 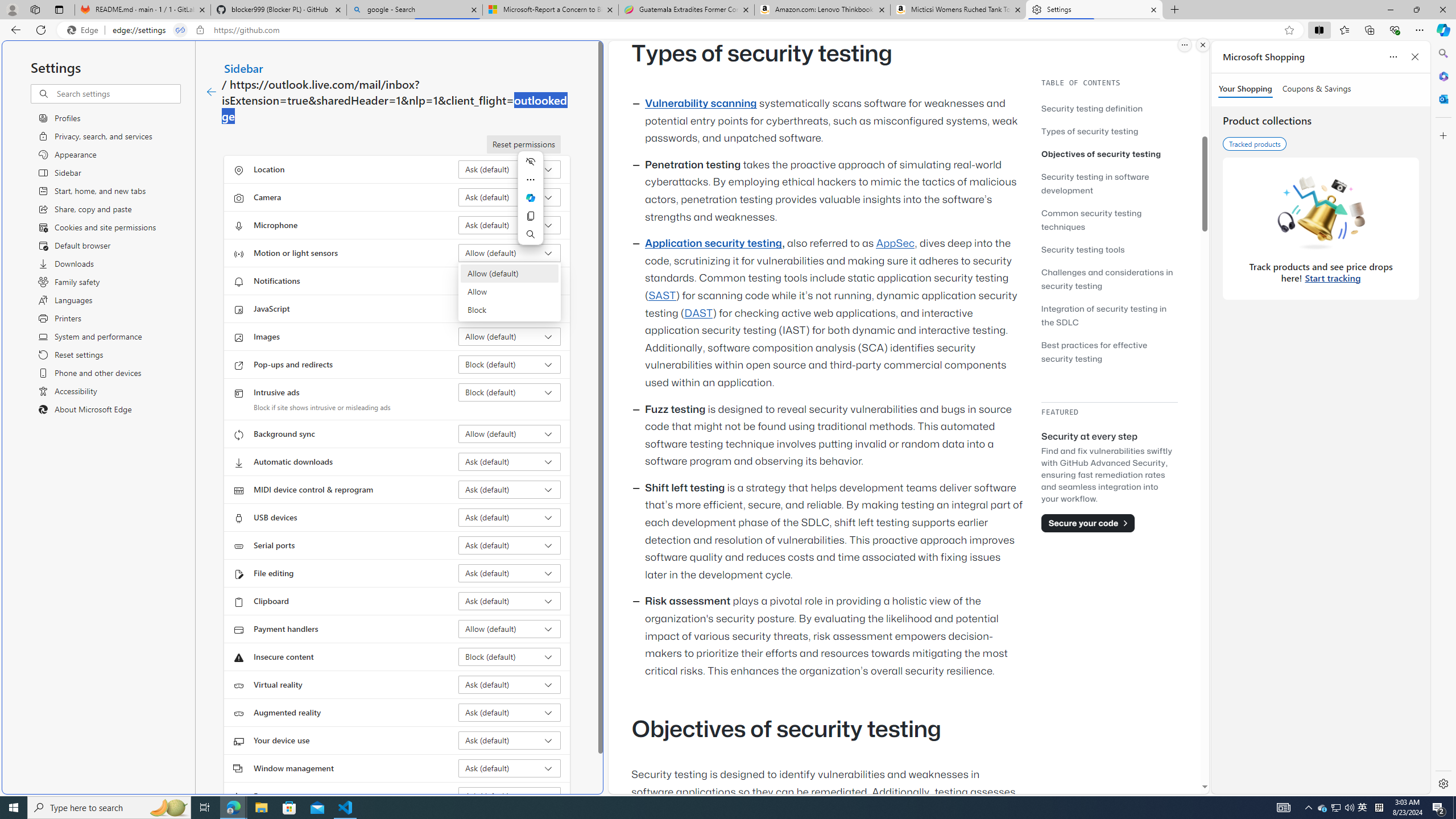 What do you see at coordinates (531, 161) in the screenshot?
I see `'Hide menu'` at bounding box center [531, 161].